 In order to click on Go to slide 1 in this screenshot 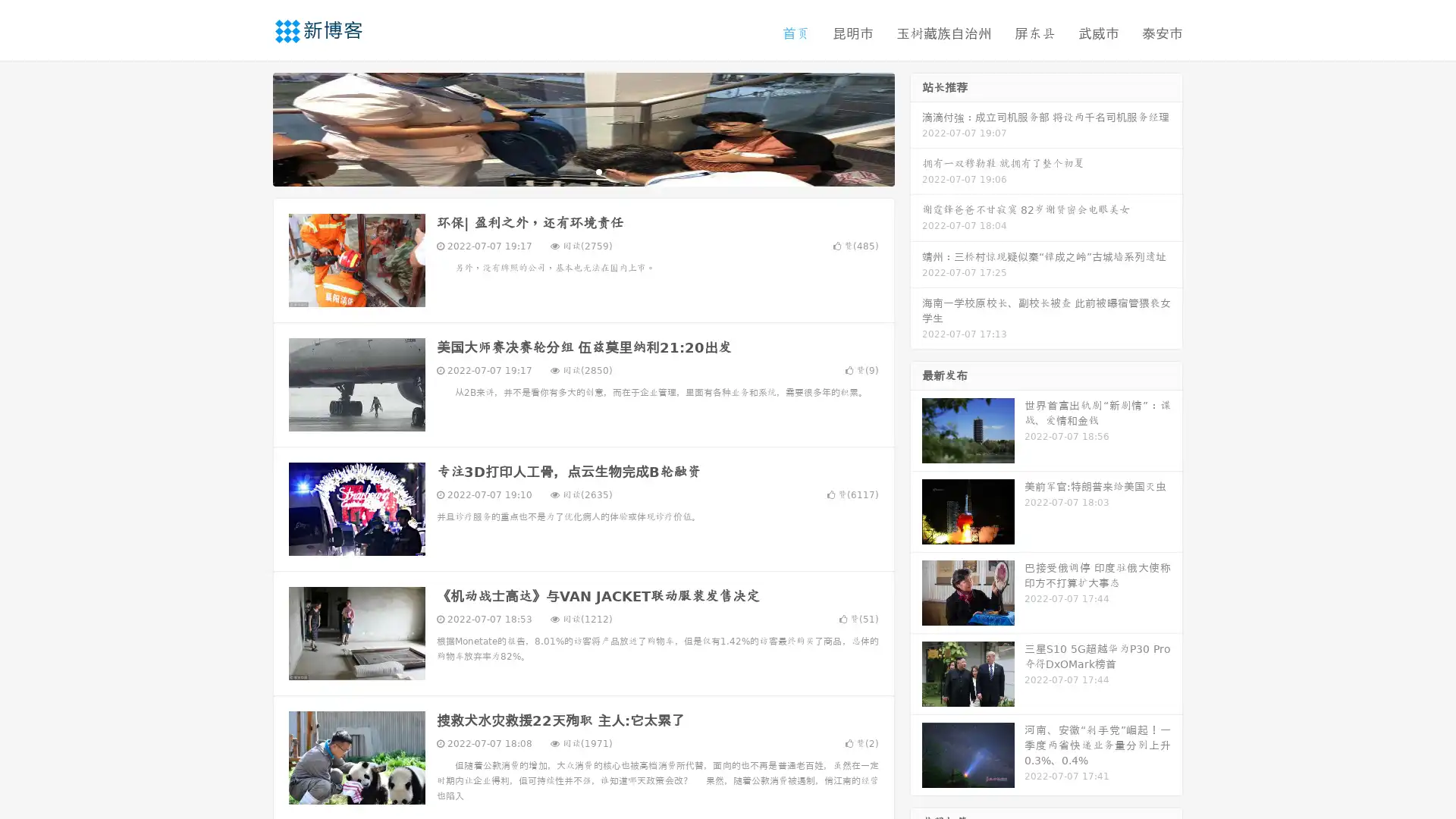, I will do `click(567, 171)`.